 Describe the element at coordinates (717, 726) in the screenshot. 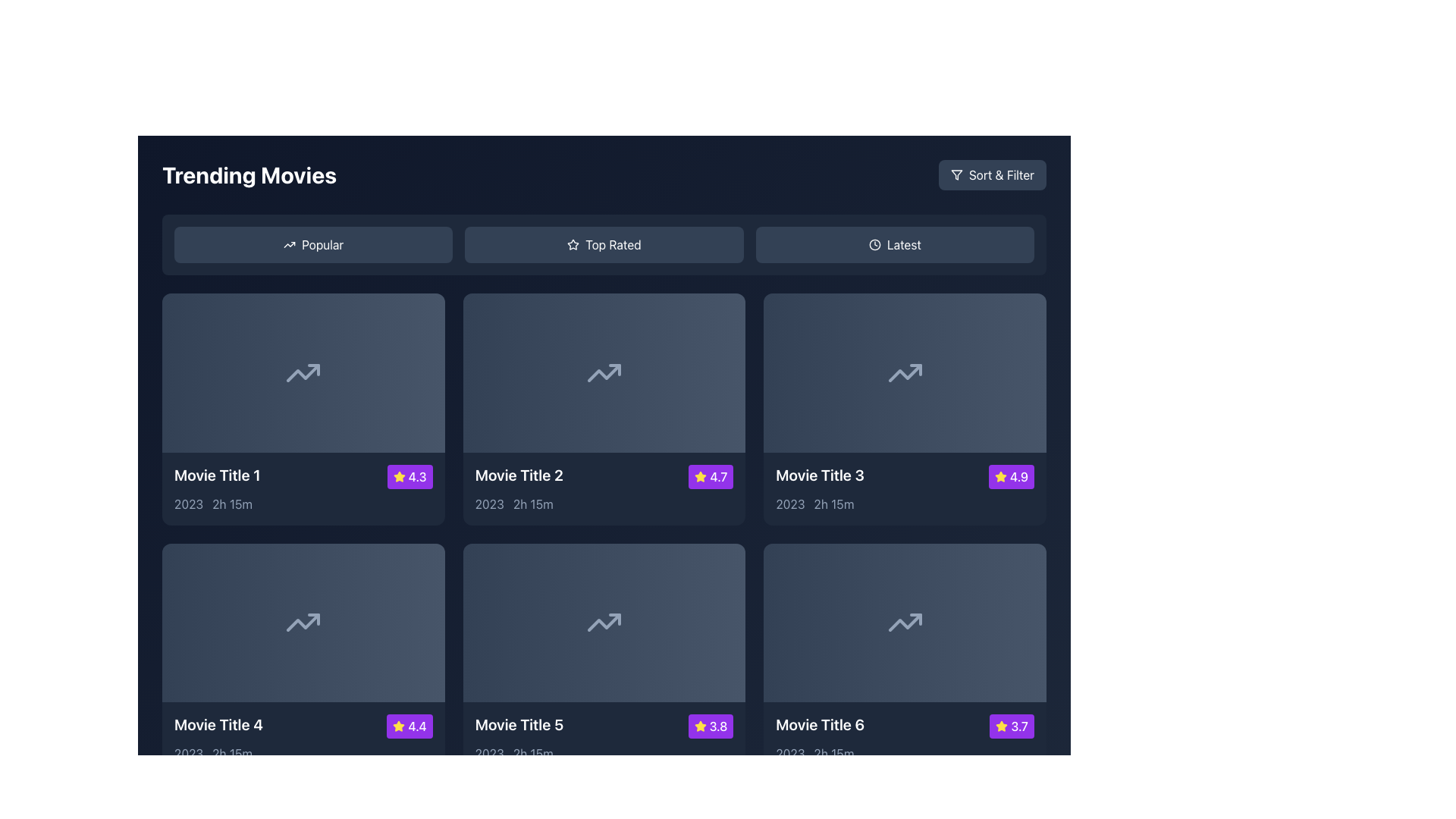

I see `the text label indicating the rating score of 'Movie Title 5', located at the bottom-right corner of the card, adjacent to the star icon` at that location.